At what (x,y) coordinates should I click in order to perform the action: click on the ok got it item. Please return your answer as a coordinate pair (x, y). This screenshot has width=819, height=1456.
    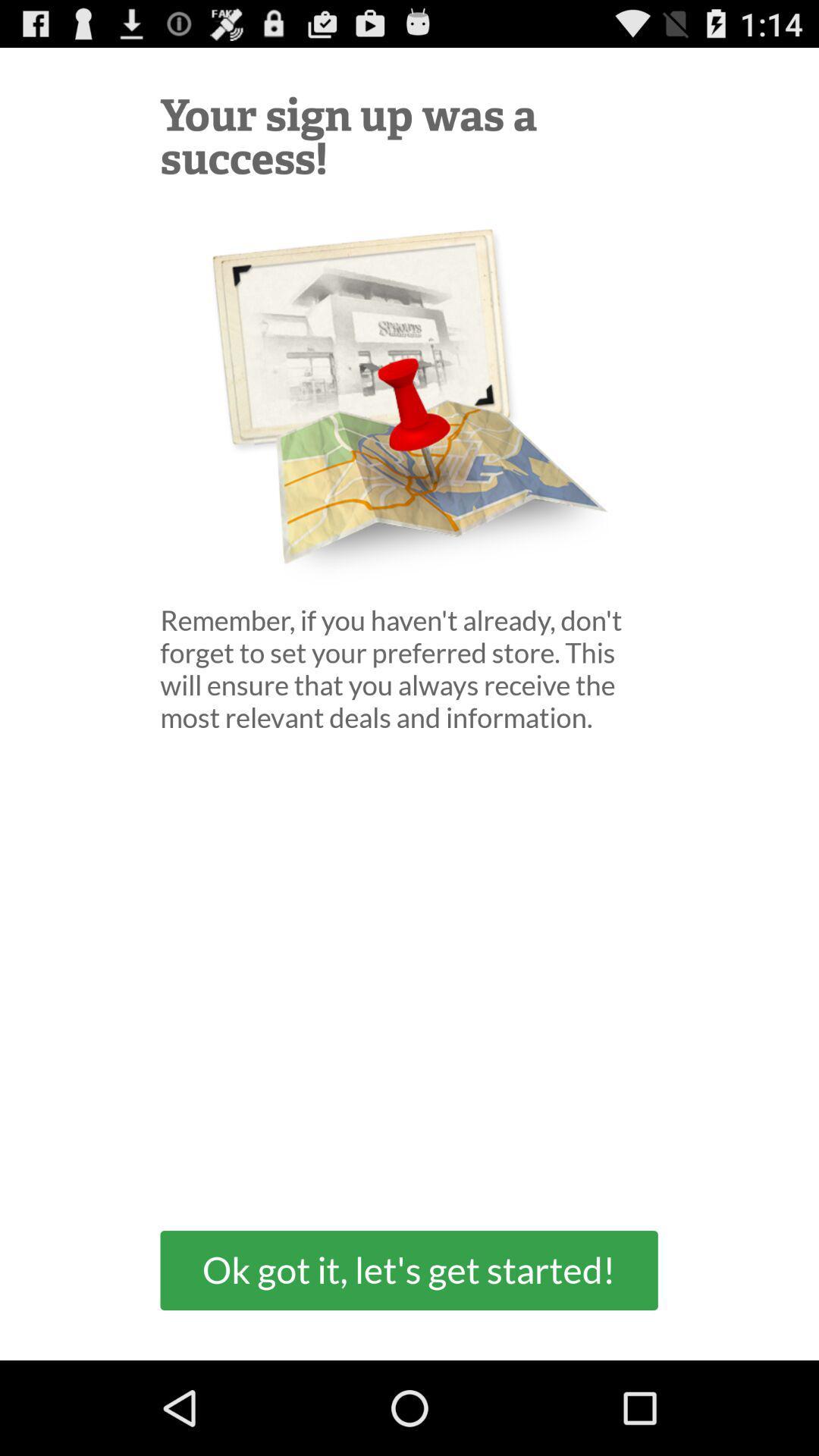
    Looking at the image, I should click on (408, 1270).